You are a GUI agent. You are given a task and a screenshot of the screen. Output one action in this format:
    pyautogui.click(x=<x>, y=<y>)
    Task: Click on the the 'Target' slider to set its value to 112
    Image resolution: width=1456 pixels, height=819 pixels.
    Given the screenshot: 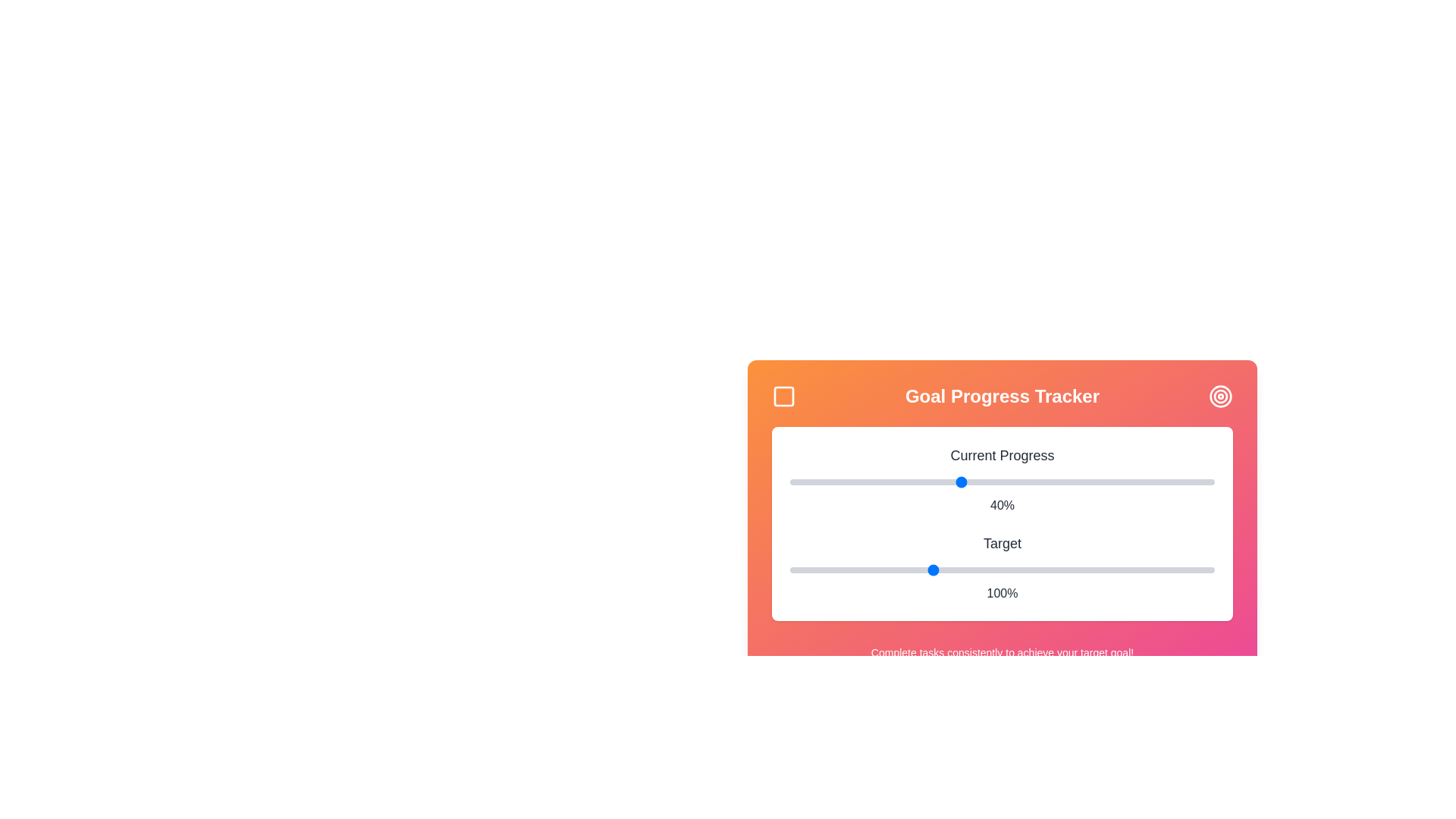 What is the action you would take?
    pyautogui.click(x=965, y=570)
    